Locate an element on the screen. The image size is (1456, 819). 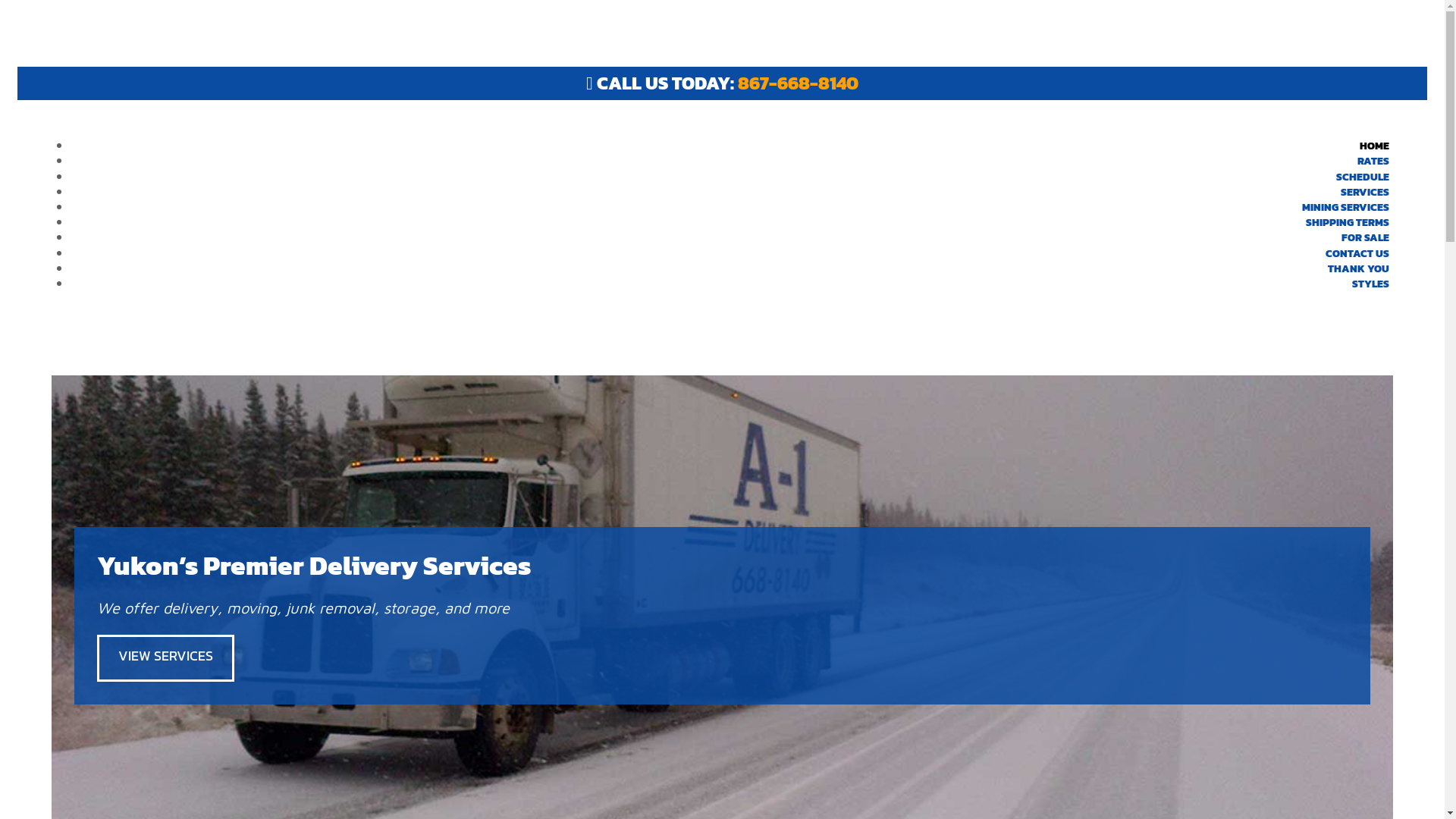
'SERVICES' is located at coordinates (1365, 191).